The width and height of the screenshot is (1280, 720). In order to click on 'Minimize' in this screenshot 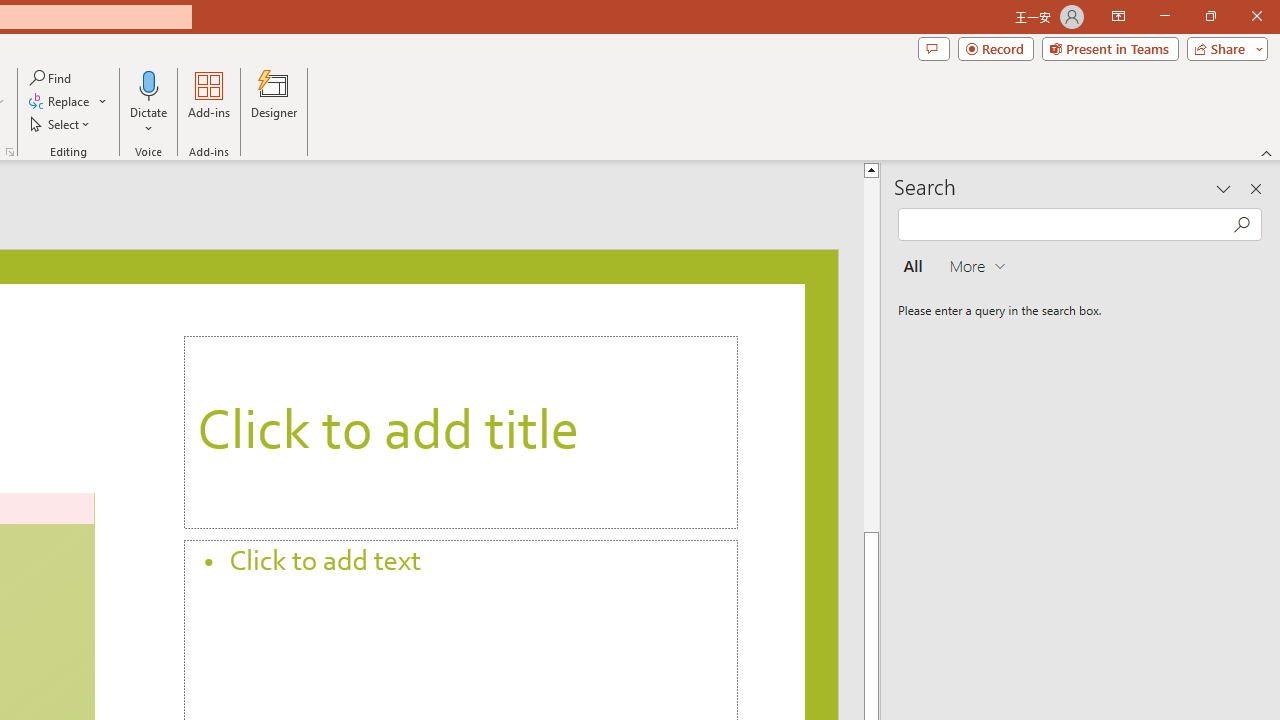, I will do `click(1164, 16)`.